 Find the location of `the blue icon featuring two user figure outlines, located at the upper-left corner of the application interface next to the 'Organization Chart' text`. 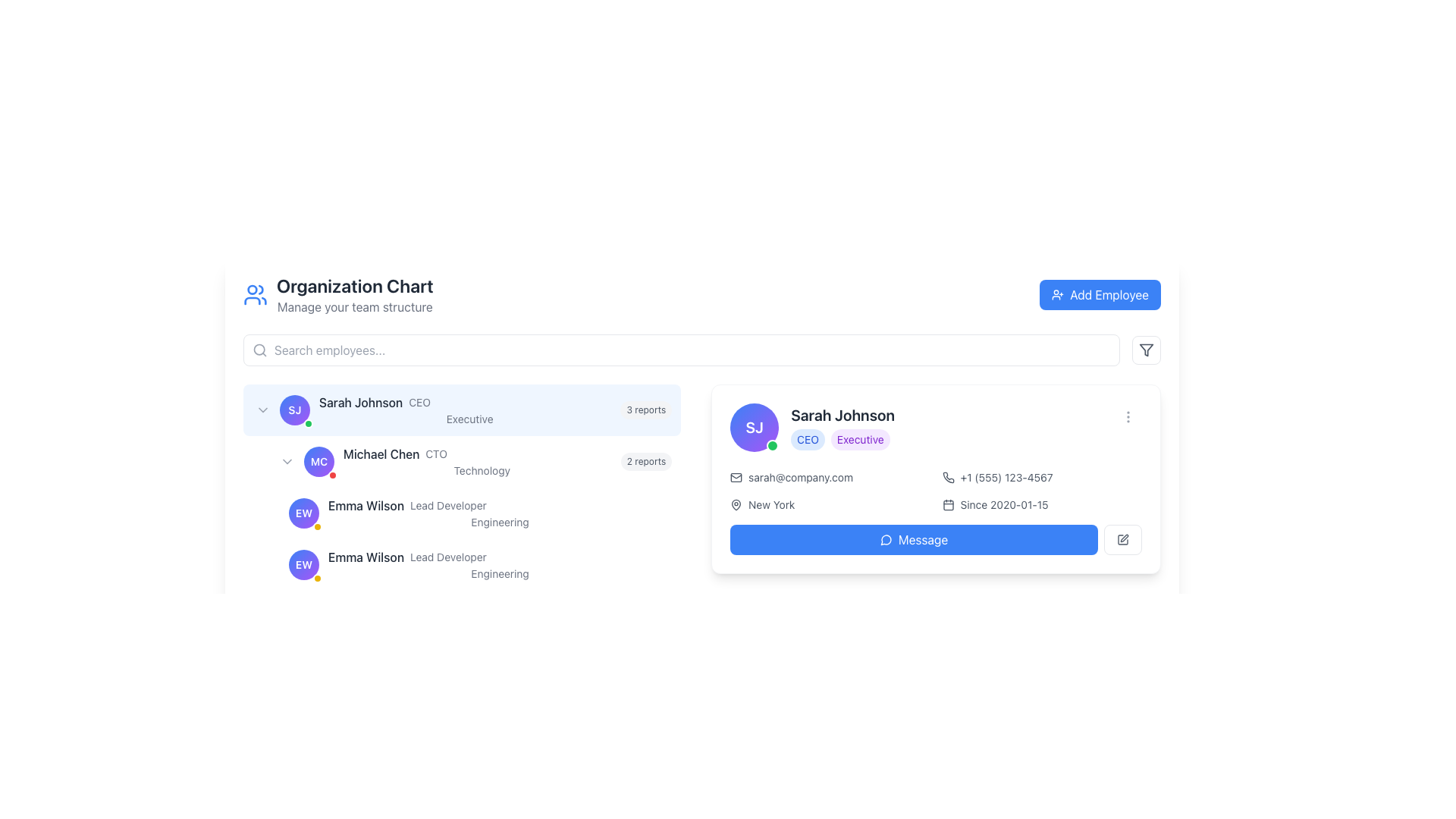

the blue icon featuring two user figure outlines, located at the upper-left corner of the application interface next to the 'Organization Chart' text is located at coordinates (255, 295).